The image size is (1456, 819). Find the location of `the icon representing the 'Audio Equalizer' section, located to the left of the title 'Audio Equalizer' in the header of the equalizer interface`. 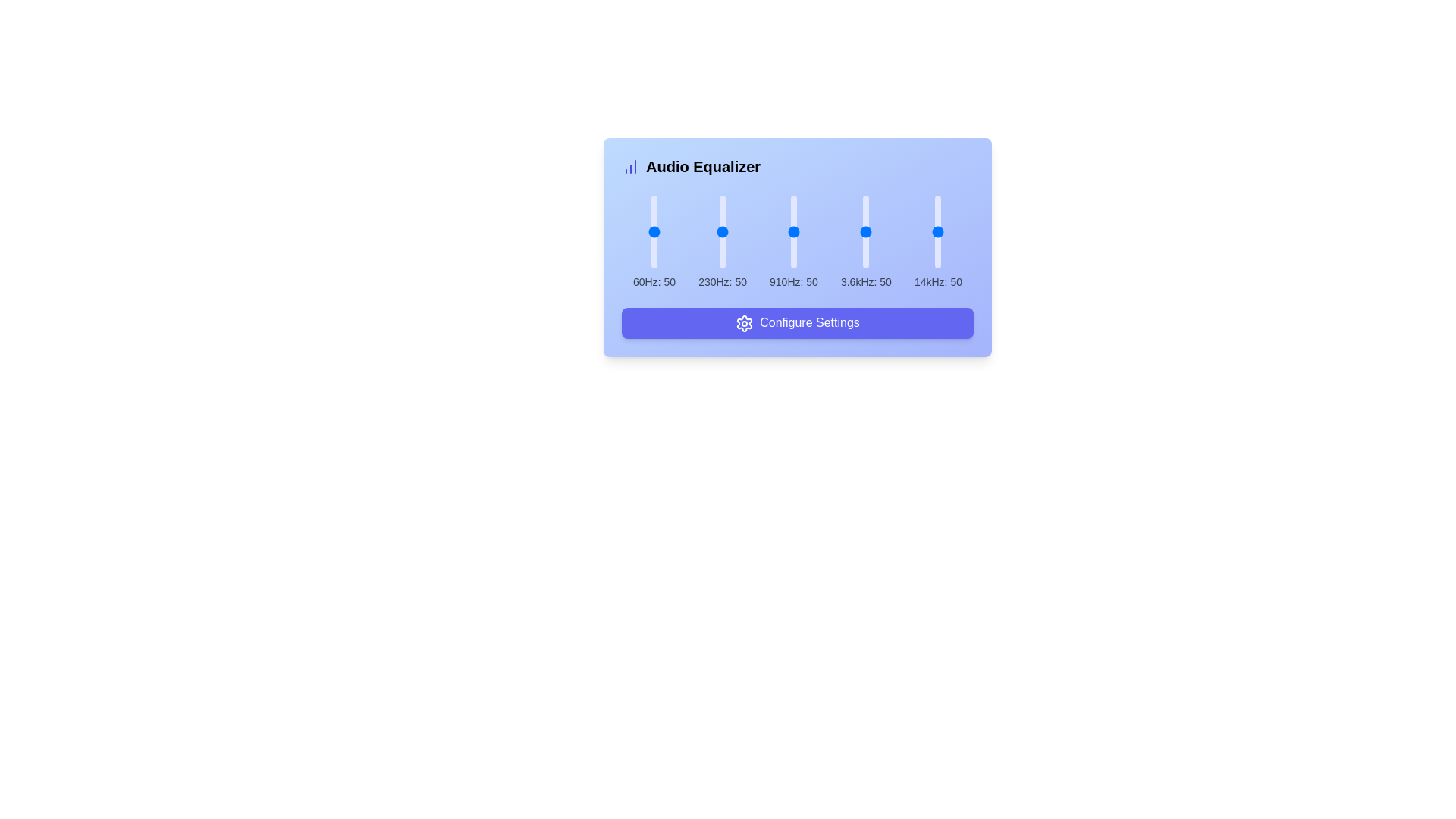

the icon representing the 'Audio Equalizer' section, located to the left of the title 'Audio Equalizer' in the header of the equalizer interface is located at coordinates (630, 166).